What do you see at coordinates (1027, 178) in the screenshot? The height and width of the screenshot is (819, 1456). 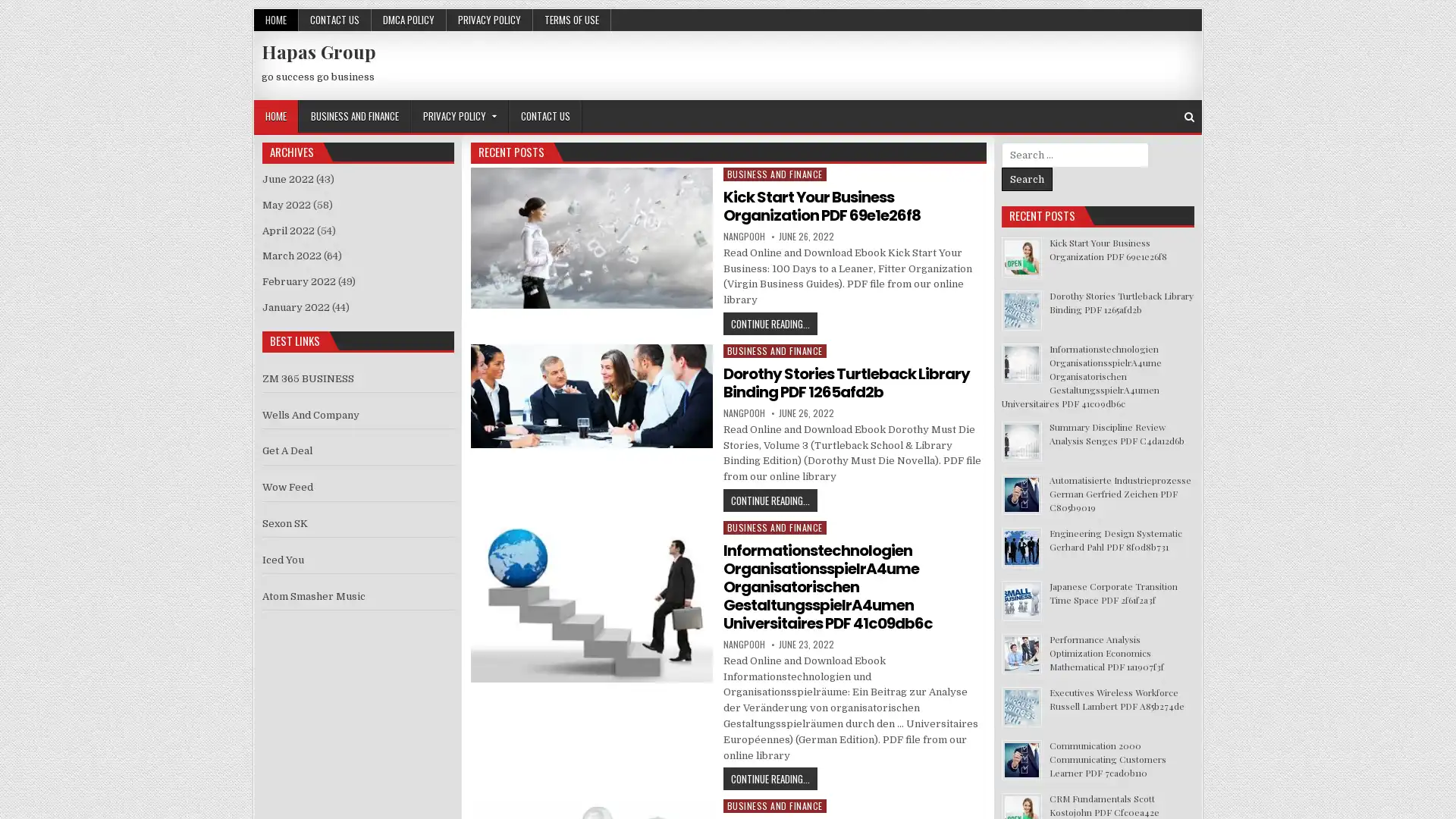 I see `Search` at bounding box center [1027, 178].